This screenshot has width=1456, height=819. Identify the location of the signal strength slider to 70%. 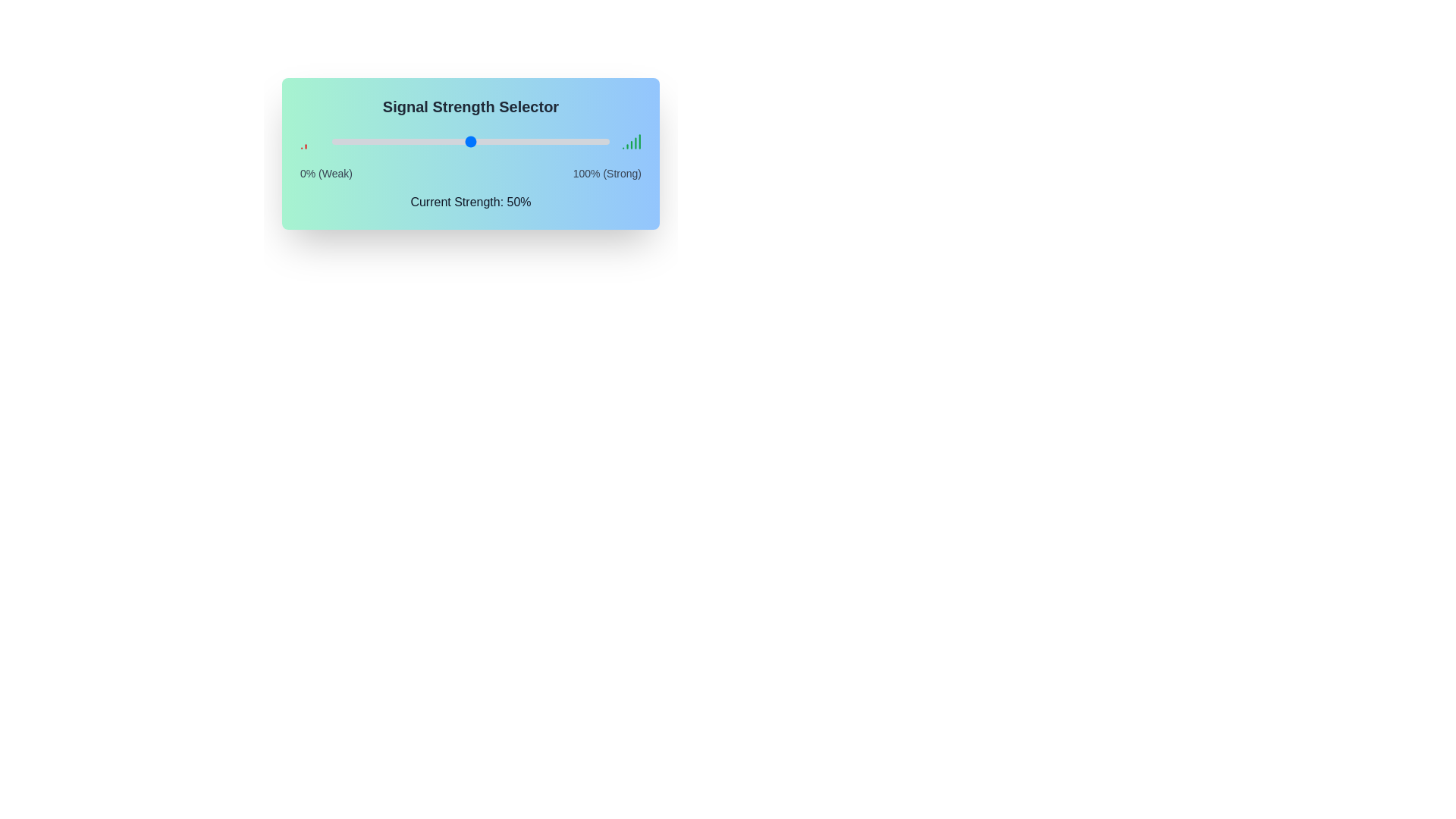
(526, 141).